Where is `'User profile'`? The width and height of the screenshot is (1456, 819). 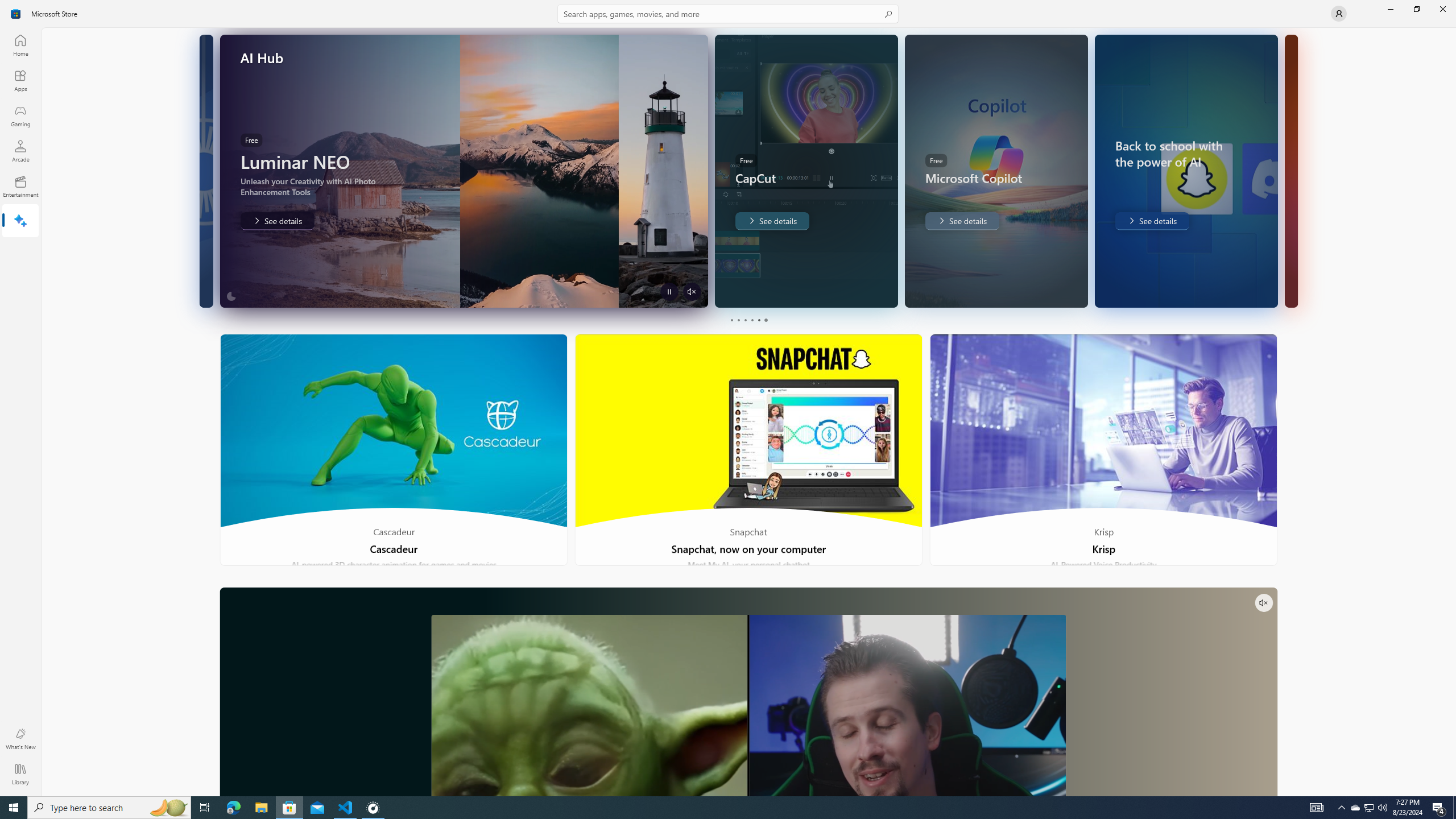 'User profile' is located at coordinates (1338, 13).